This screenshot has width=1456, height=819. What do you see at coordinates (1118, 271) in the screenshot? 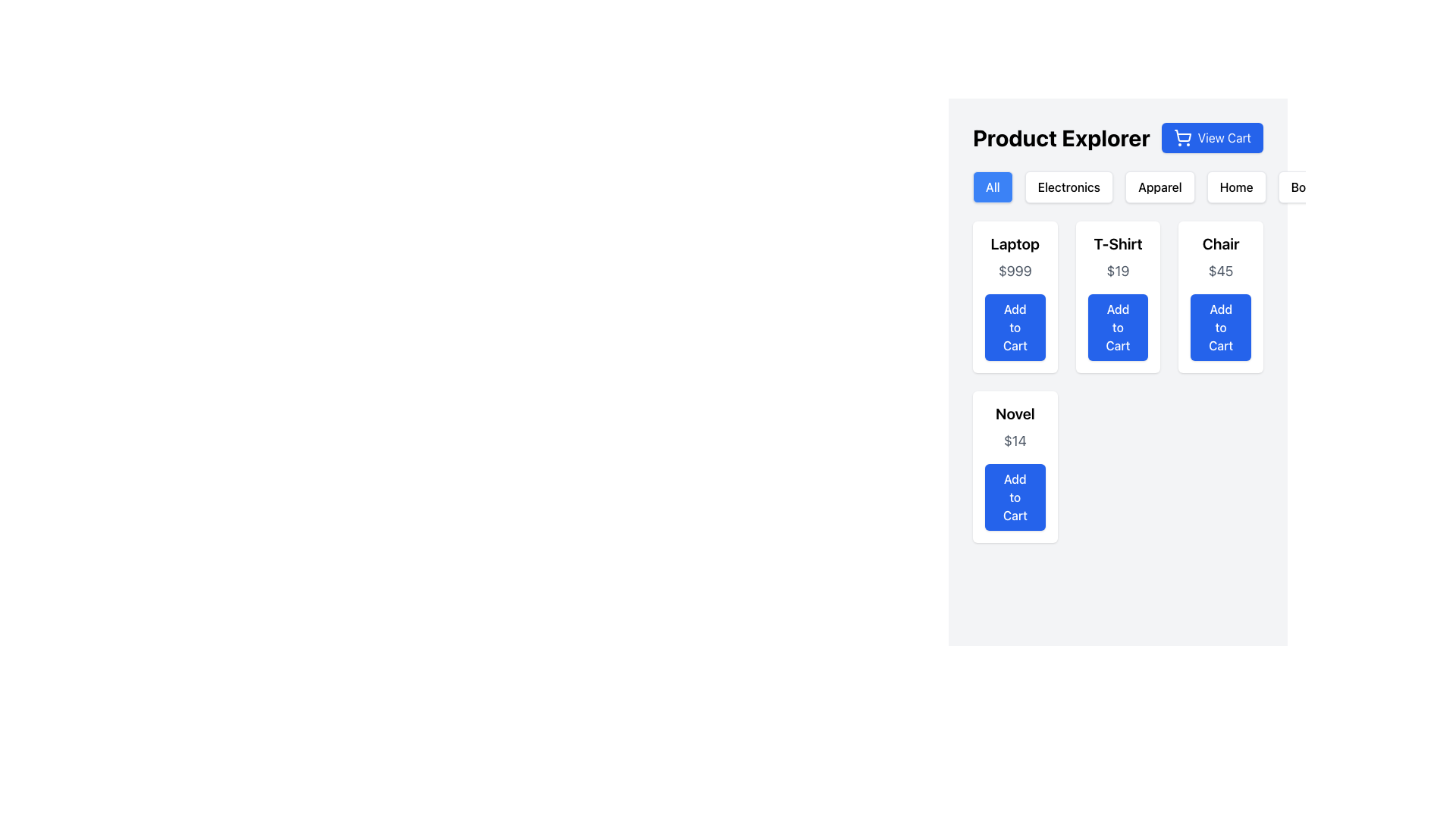
I see `the price Text Label that displays the cost of the T-Shirt, which is located within the T-Shirt card in the product grid, positioned below the title and above the Add to Cart button` at bounding box center [1118, 271].